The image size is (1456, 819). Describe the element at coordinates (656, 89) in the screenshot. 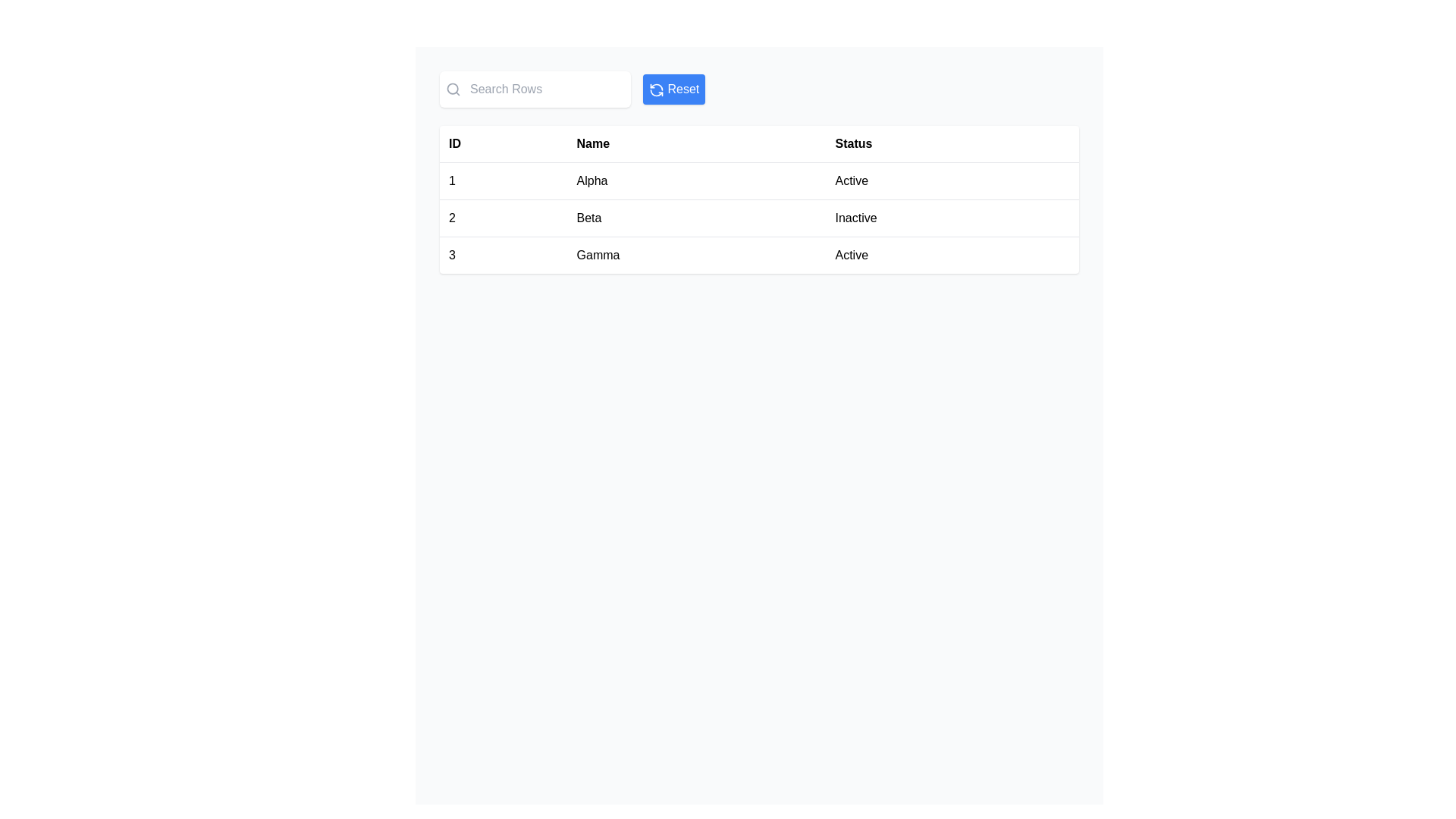

I see `the center of the blue 'Reset' button icon to refresh the current state or view` at that location.